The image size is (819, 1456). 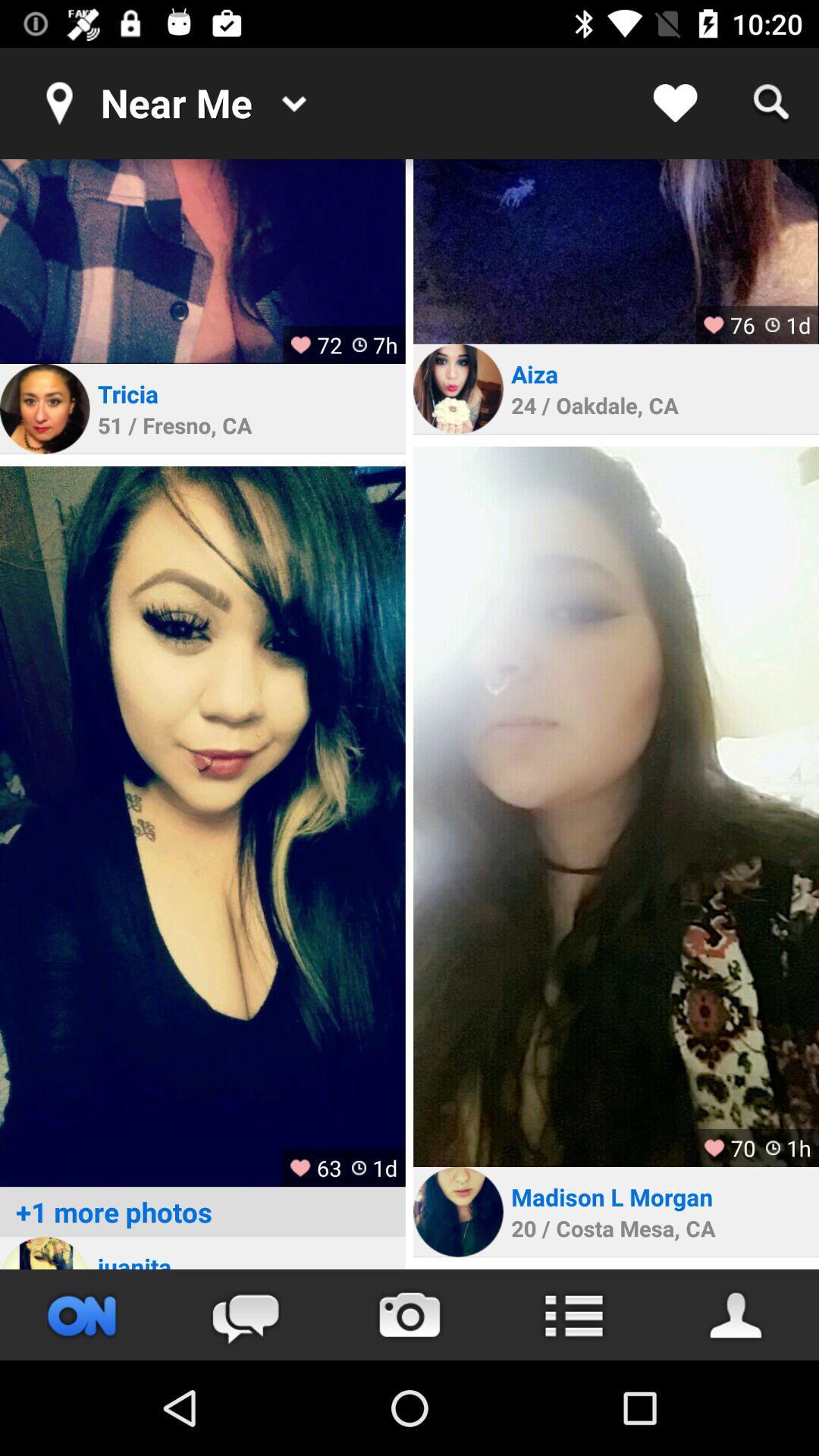 I want to click on chat icon, so click(x=245, y=1314).